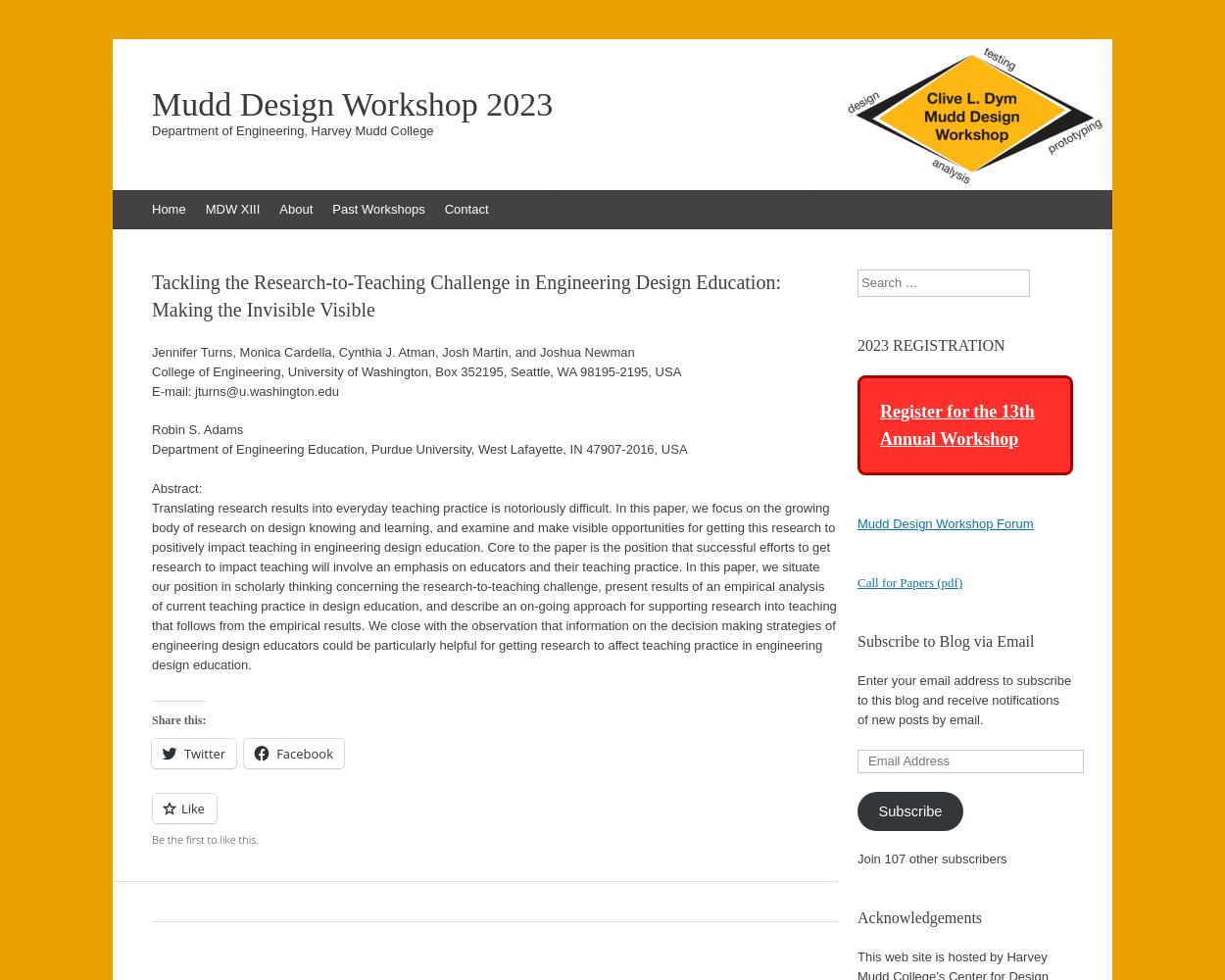 This screenshot has height=980, width=1225. Describe the element at coordinates (176, 486) in the screenshot. I see `'Abstract:'` at that location.